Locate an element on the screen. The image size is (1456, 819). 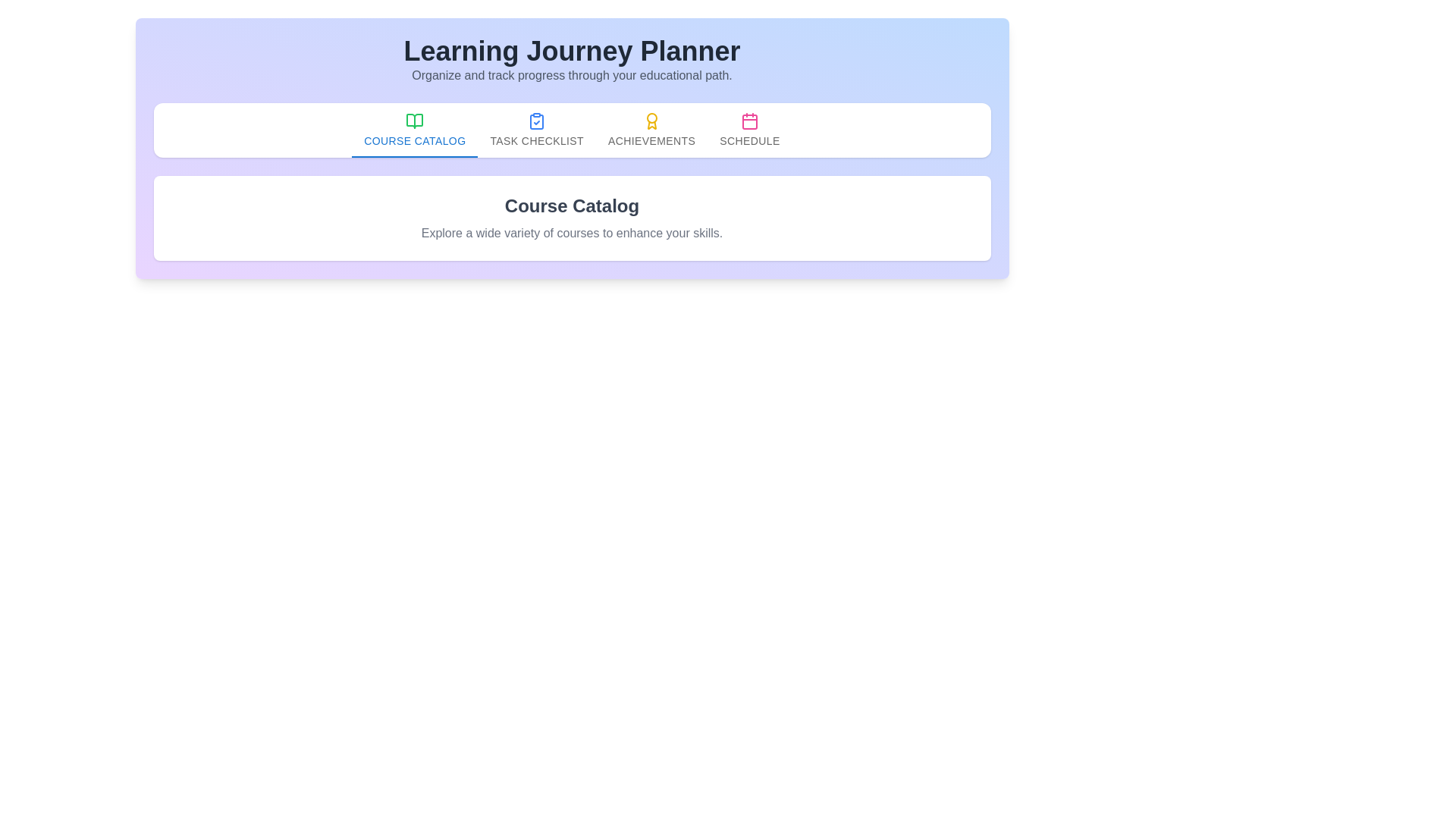
the third tab button in the horizontal navigation bar is located at coordinates (651, 130).